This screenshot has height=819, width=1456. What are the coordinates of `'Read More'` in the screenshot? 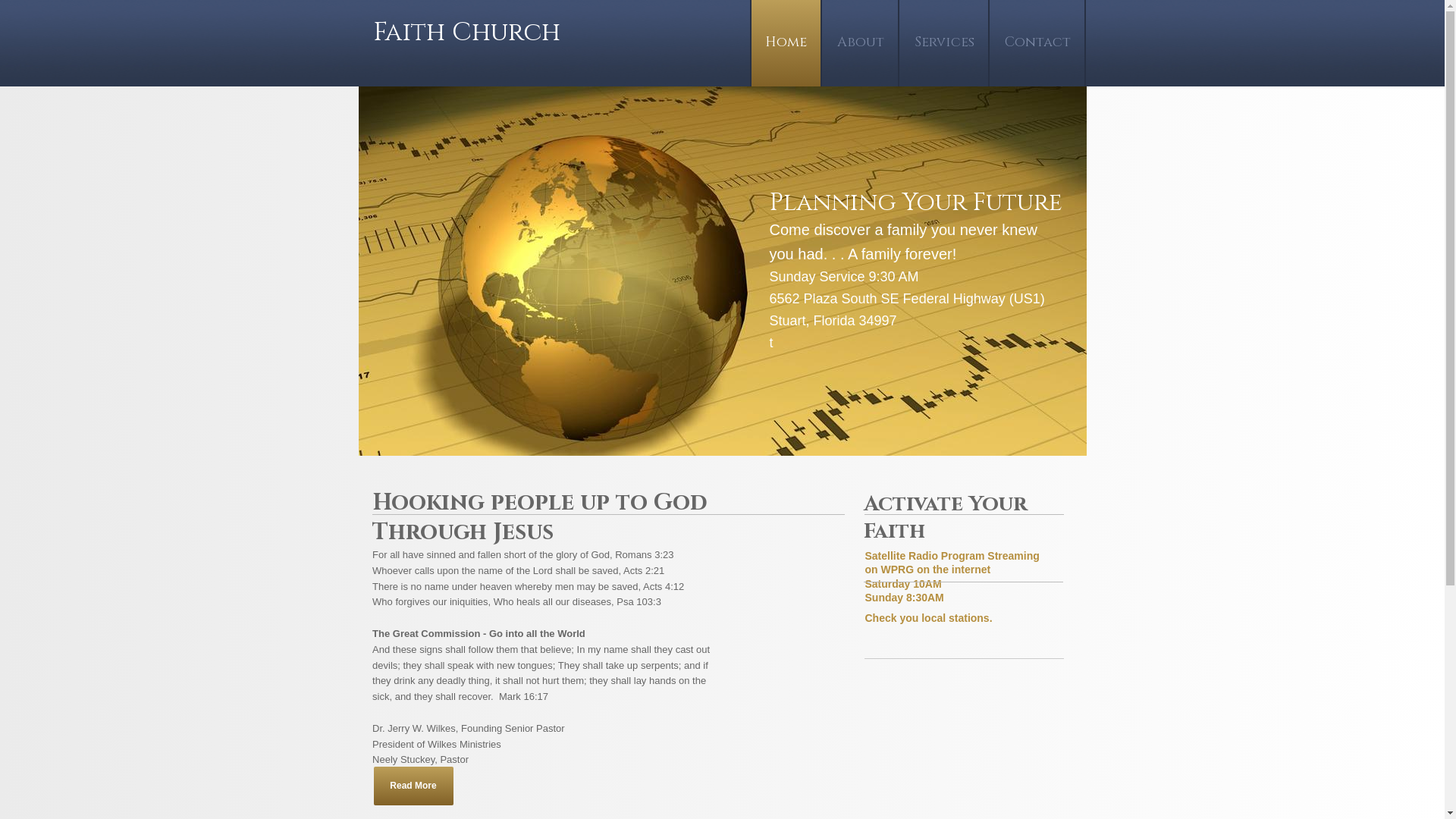 It's located at (413, 785).